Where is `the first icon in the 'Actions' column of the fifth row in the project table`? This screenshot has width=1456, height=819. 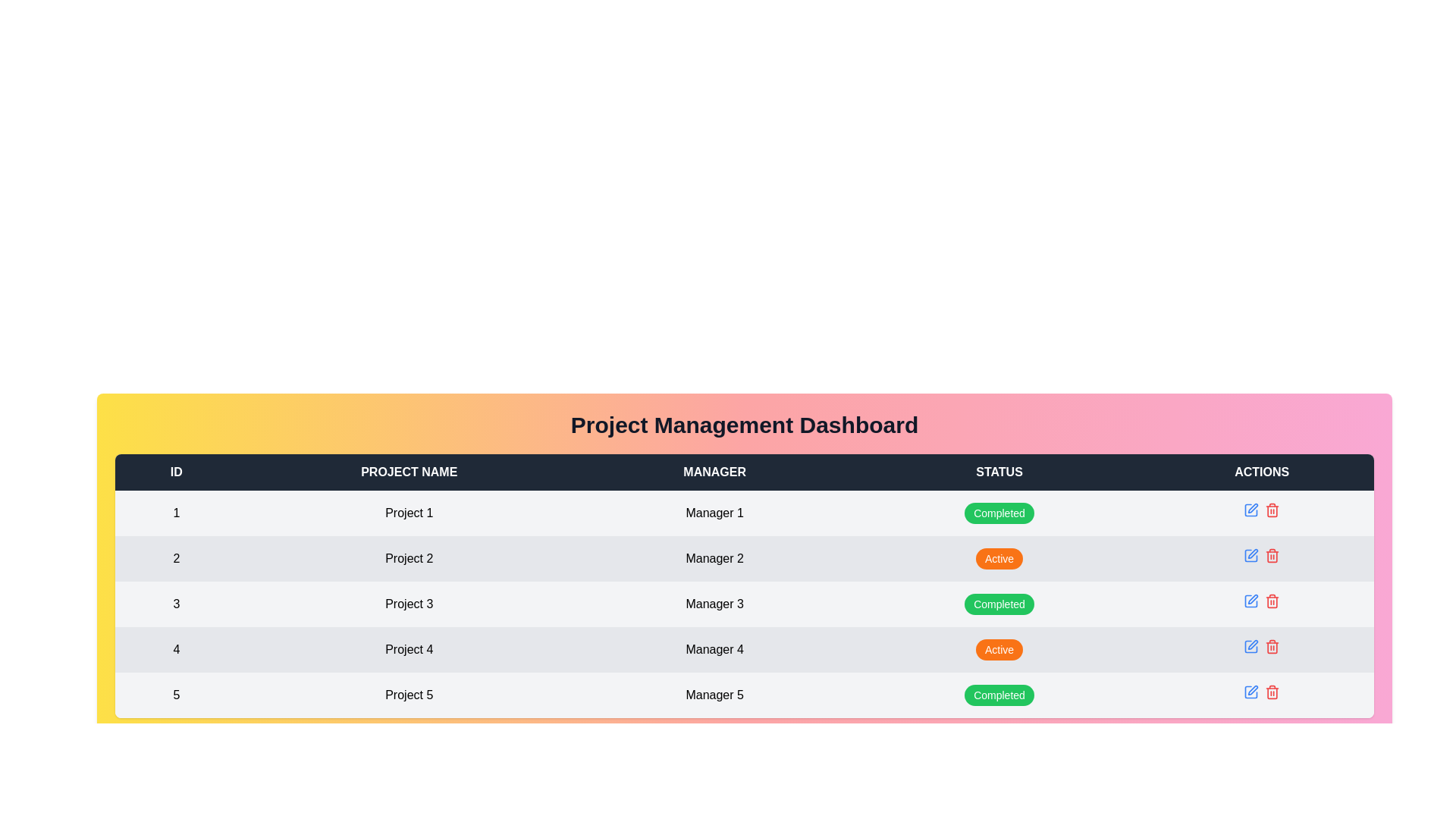
the first icon in the 'Actions' column of the fifth row in the project table is located at coordinates (1252, 508).